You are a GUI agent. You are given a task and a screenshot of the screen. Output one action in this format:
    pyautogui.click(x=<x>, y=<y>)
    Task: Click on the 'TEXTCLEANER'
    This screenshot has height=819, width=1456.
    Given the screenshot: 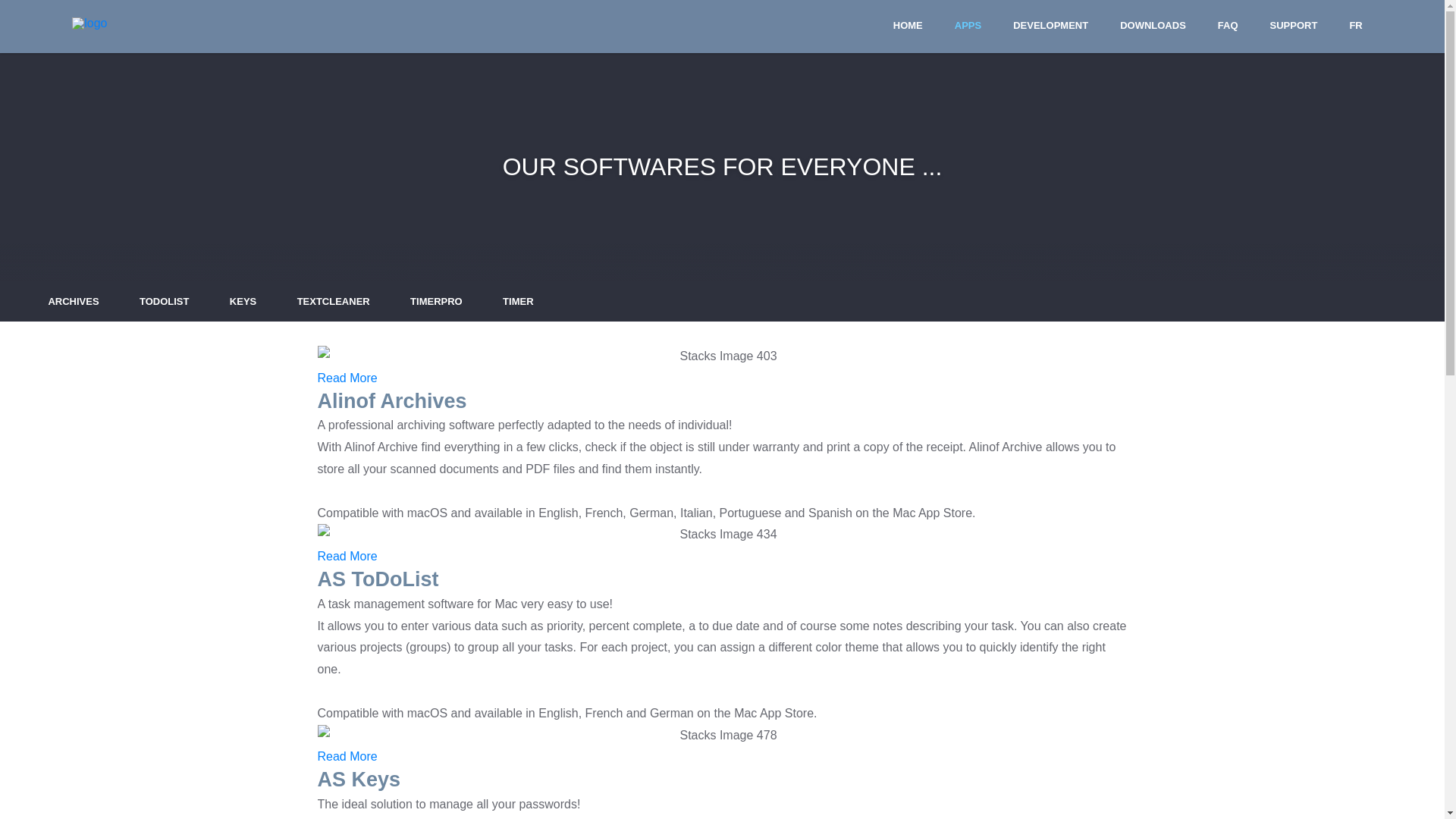 What is the action you would take?
    pyautogui.click(x=333, y=301)
    